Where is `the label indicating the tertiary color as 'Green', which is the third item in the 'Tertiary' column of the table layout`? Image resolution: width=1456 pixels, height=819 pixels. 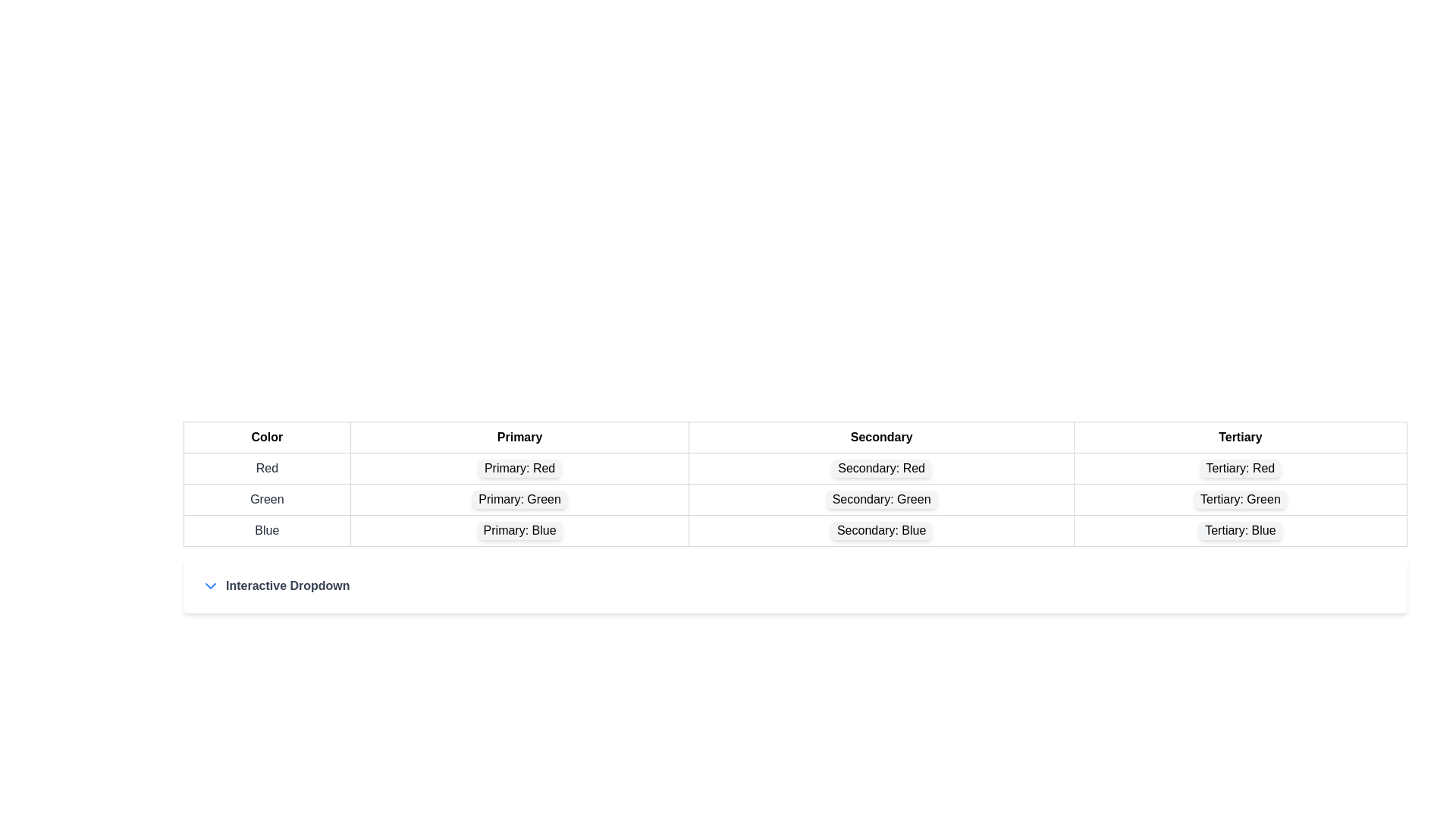
the label indicating the tertiary color as 'Green', which is the third item in the 'Tertiary' column of the table layout is located at coordinates (1240, 500).